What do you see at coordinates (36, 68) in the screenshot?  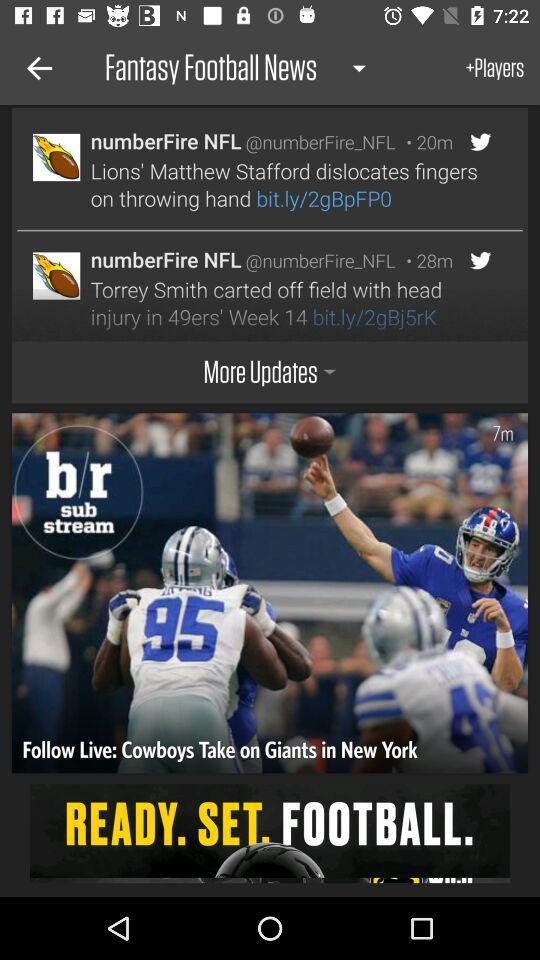 I see `the icon next to fantasy football news` at bounding box center [36, 68].